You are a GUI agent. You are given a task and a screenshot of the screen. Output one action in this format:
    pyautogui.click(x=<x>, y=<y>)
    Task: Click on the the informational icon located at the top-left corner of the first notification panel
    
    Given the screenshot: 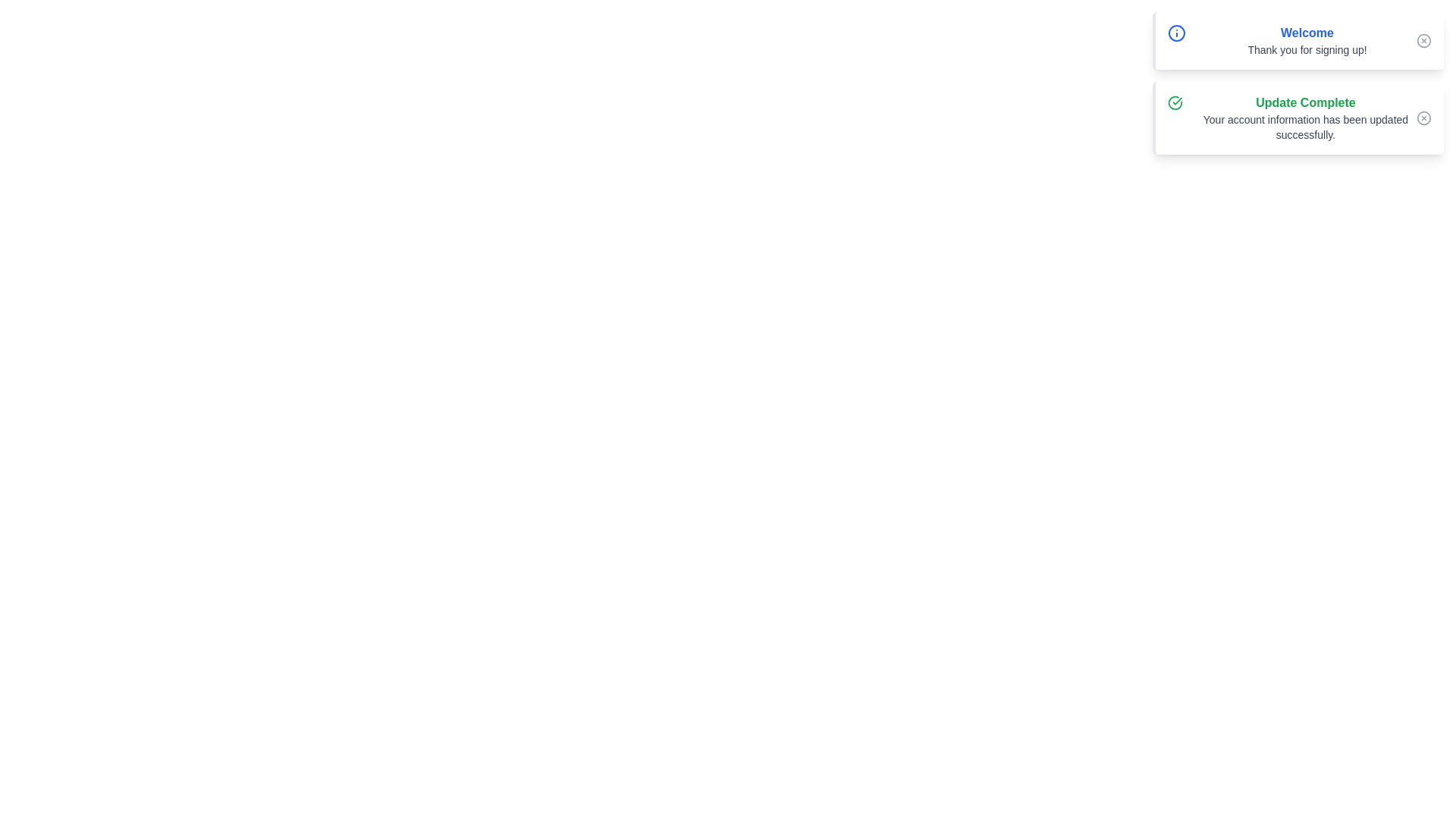 What is the action you would take?
    pyautogui.click(x=1175, y=33)
    